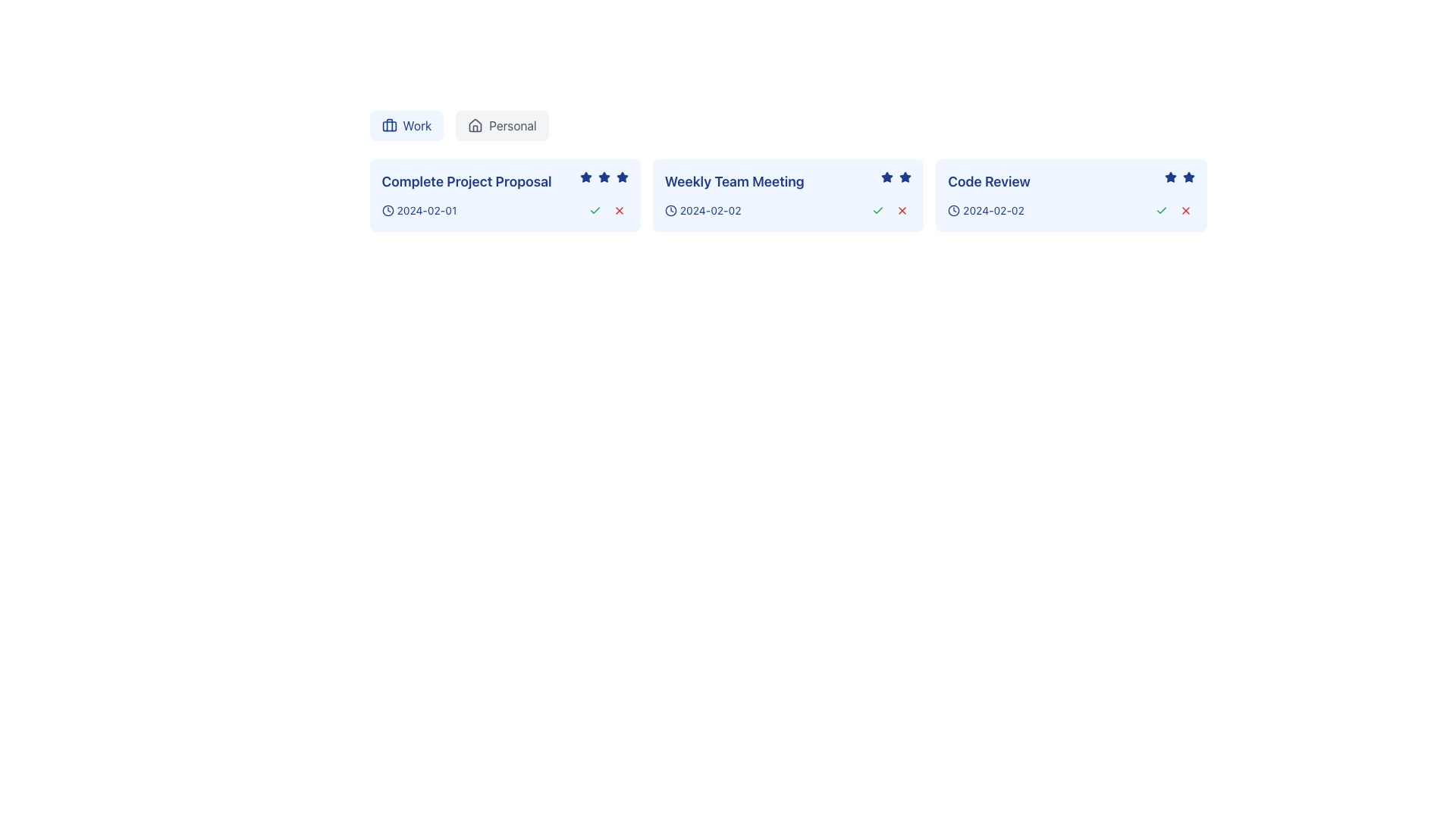 The height and width of the screenshot is (819, 1456). Describe the element at coordinates (622, 177) in the screenshot. I see `the fifth star-shaped icon in a horizontal series within a flexbox layout, which is likely used to mark an item as notable or indicate a priority status` at that location.